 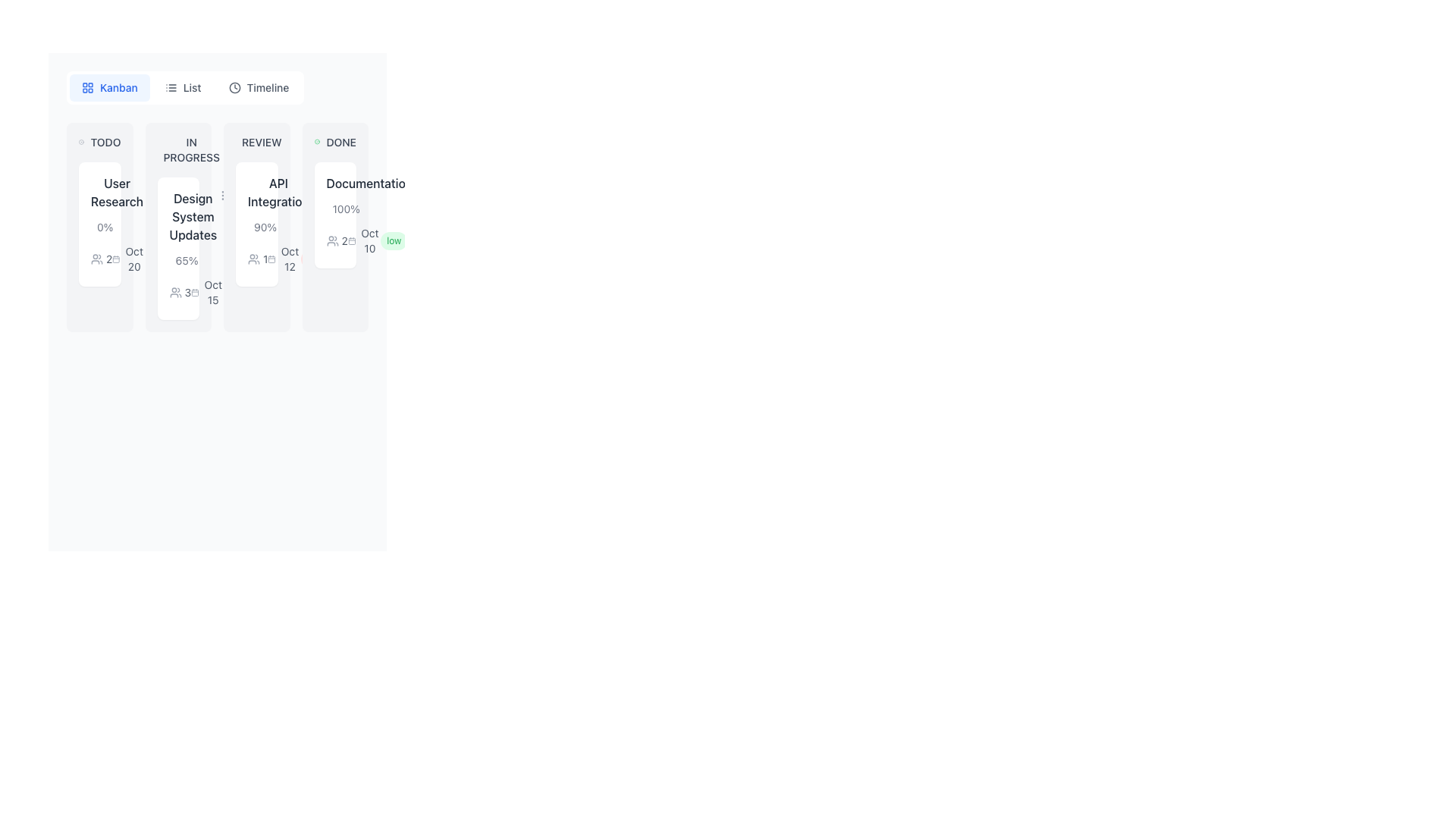 What do you see at coordinates (369, 240) in the screenshot?
I see `the text label indicating the due or completion date in the 'DONE' column, located below the calendar icon and next to the 'low' label` at bounding box center [369, 240].